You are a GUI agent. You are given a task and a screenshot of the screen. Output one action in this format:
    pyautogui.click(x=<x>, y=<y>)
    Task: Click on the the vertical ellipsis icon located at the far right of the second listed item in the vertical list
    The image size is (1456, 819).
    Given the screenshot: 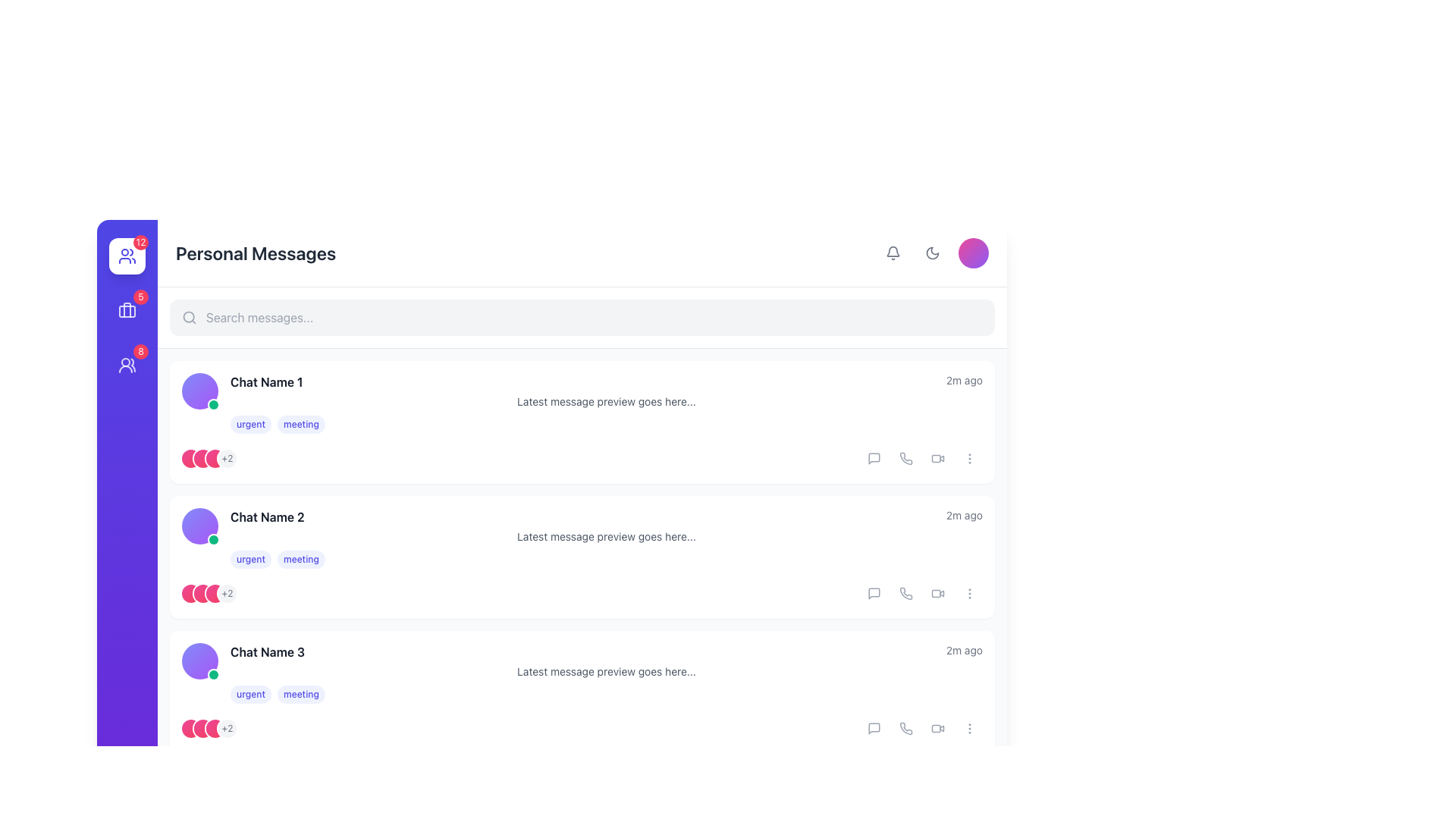 What is the action you would take?
    pyautogui.click(x=968, y=458)
    